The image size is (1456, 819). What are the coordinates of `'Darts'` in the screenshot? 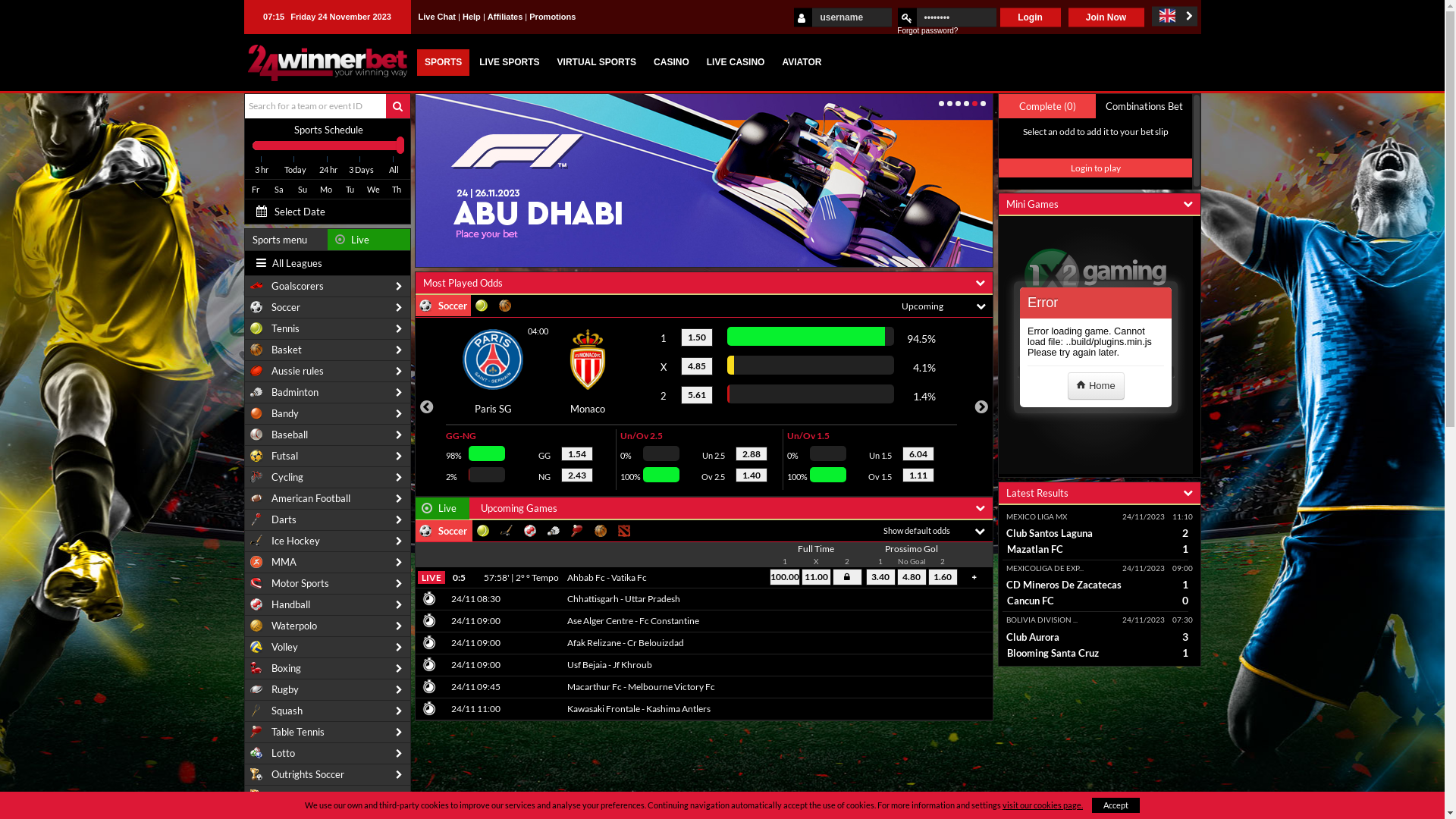 It's located at (326, 519).